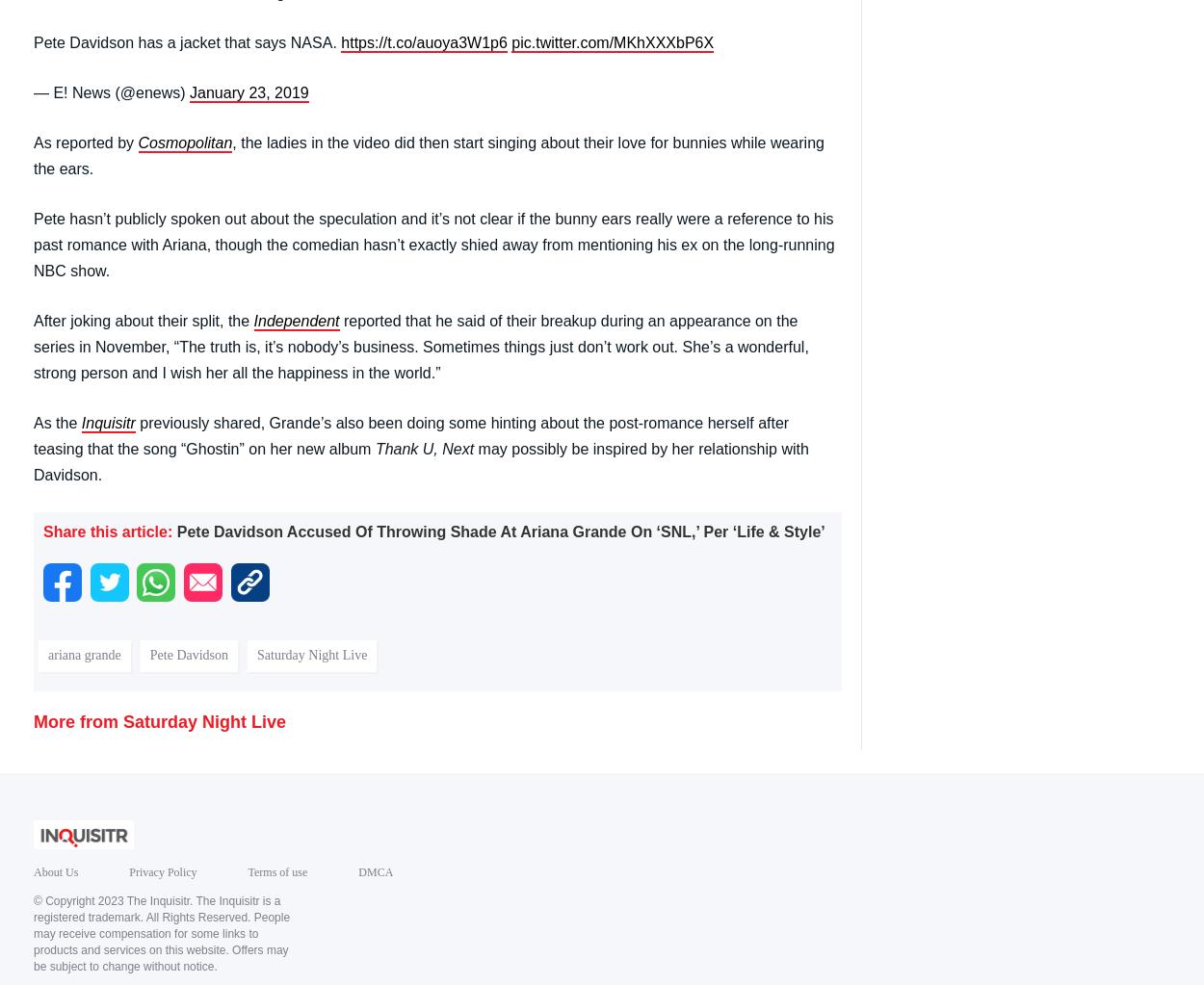 This screenshot has height=985, width=1204. Describe the element at coordinates (421, 460) in the screenshot. I see `'may possibly be inspired by her relationship with Davidson.'` at that location.